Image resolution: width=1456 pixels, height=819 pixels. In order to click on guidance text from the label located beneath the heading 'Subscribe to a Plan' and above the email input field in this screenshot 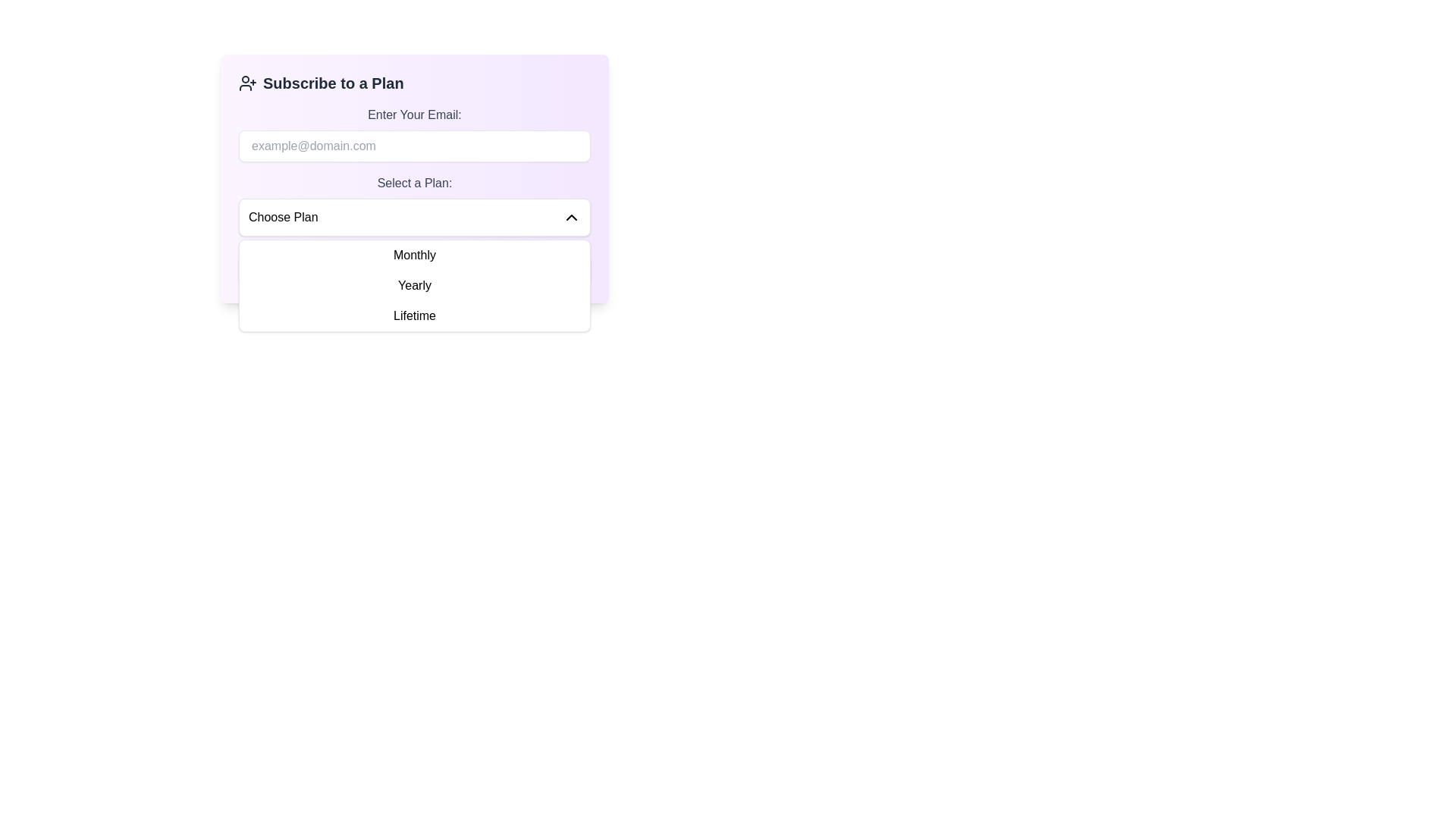, I will do `click(415, 114)`.